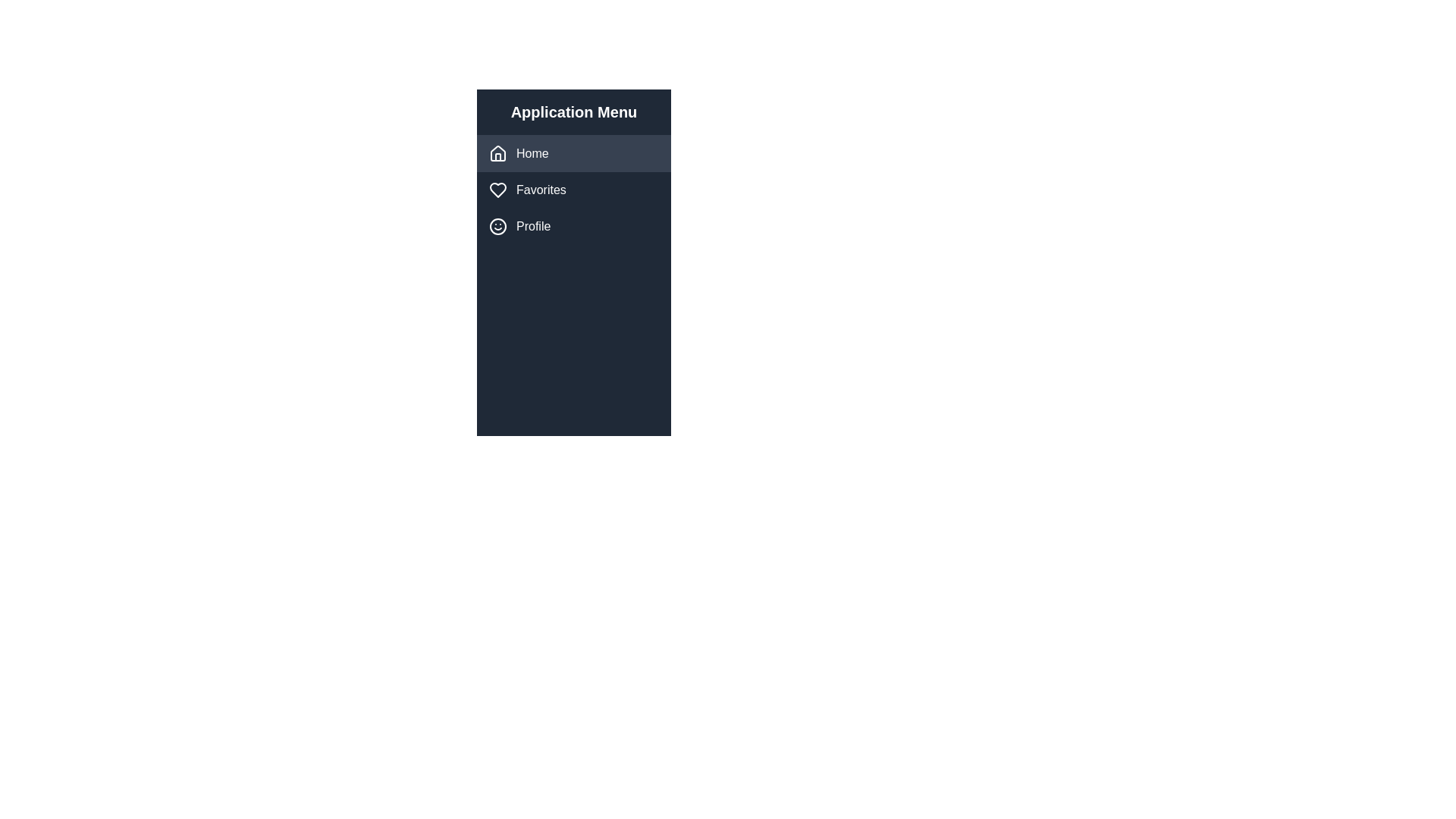  Describe the element at coordinates (498, 227) in the screenshot. I see `the circular outline of the smiley face icon located in the 'Profile' section of the application menu, which is the third icon in the vertical list` at that location.